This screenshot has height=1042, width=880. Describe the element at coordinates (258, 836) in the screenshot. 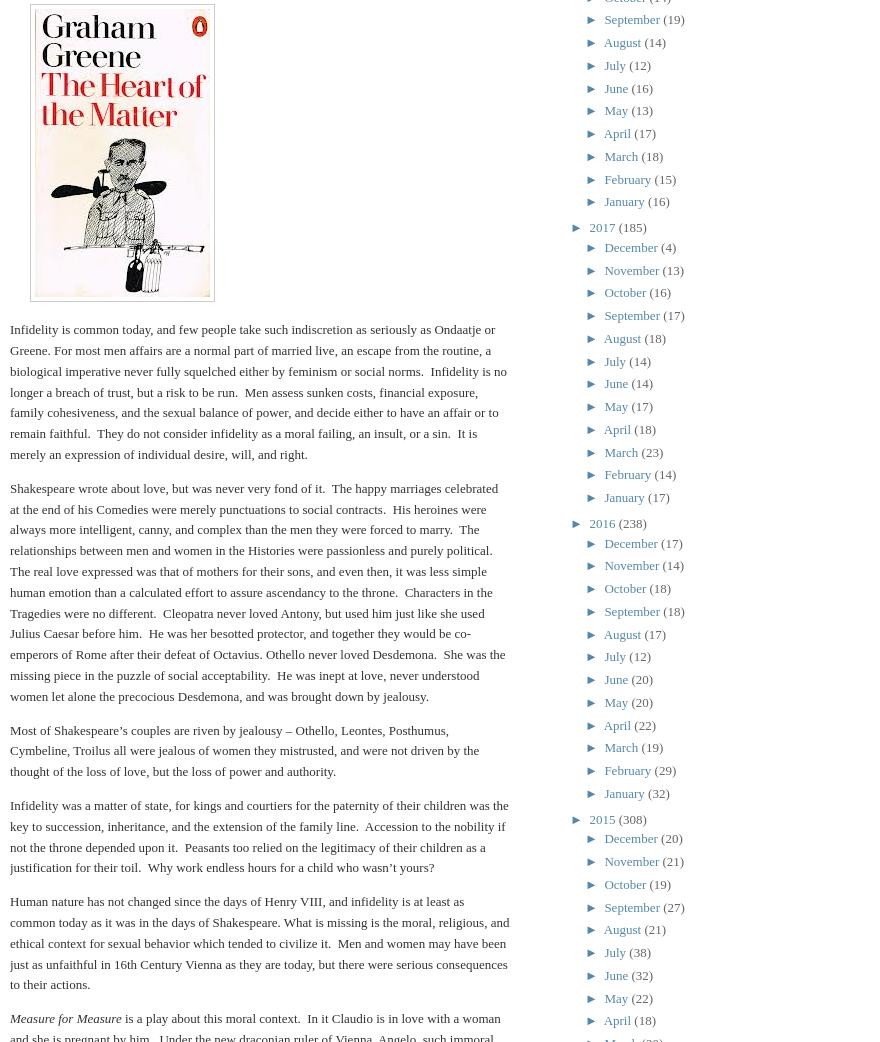

I see `'Infidelity was a matter of state, for kings and courtiers for the paternity of their children was the key to succession, inheritance, and the extension of the family line.  Accession to the nobility if not the throne depended upon it.  Peasants too relied on the legitimacy of their children as a justification for their toil.  Why work endless hours for a child who wasn’t yours?'` at that location.